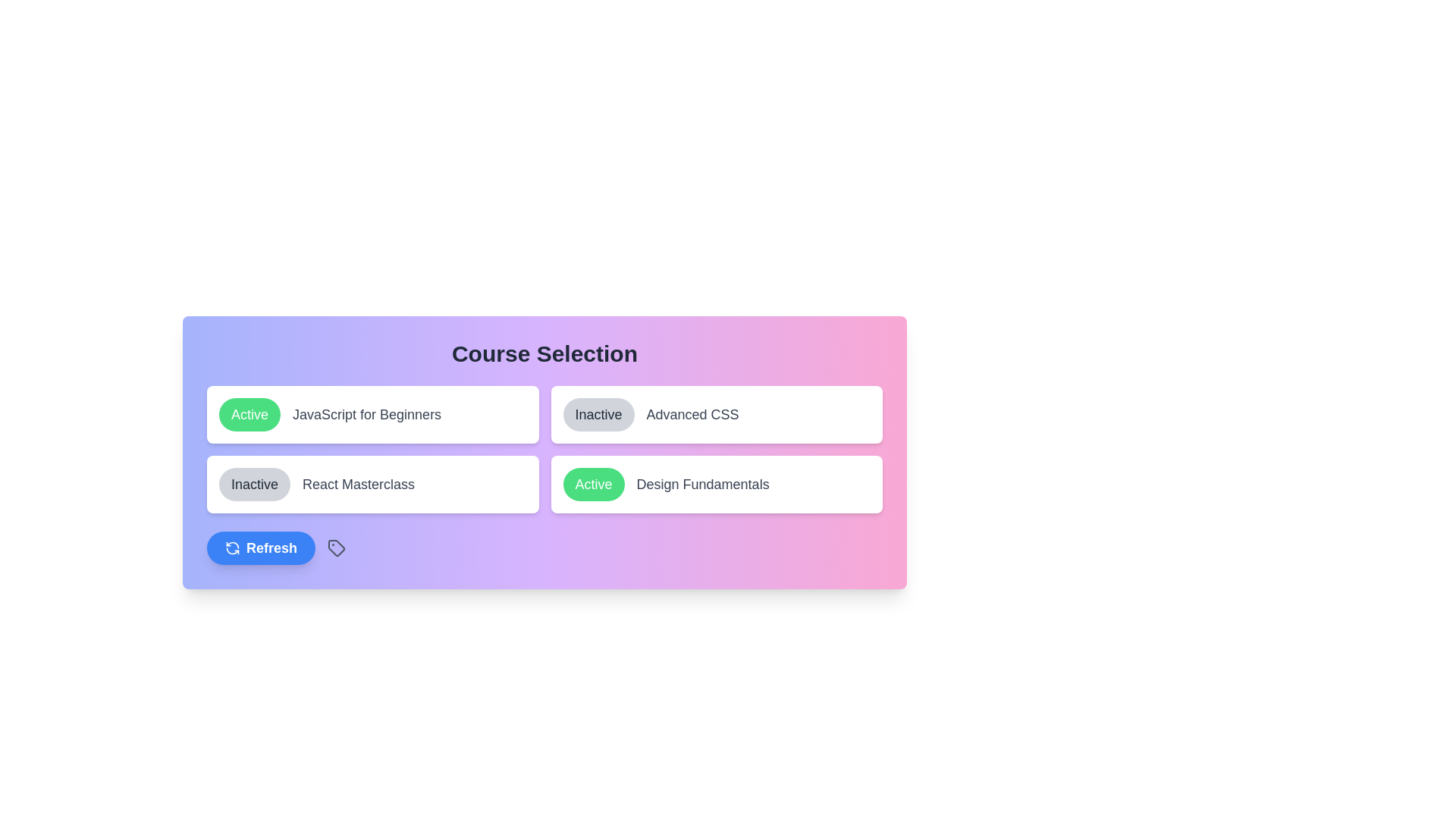 The image size is (1456, 819). What do you see at coordinates (702, 485) in the screenshot?
I see `the text label displaying 'Design Fundamentals', which is right-aligned next to a green 'Active' badge in the course selection interface` at bounding box center [702, 485].